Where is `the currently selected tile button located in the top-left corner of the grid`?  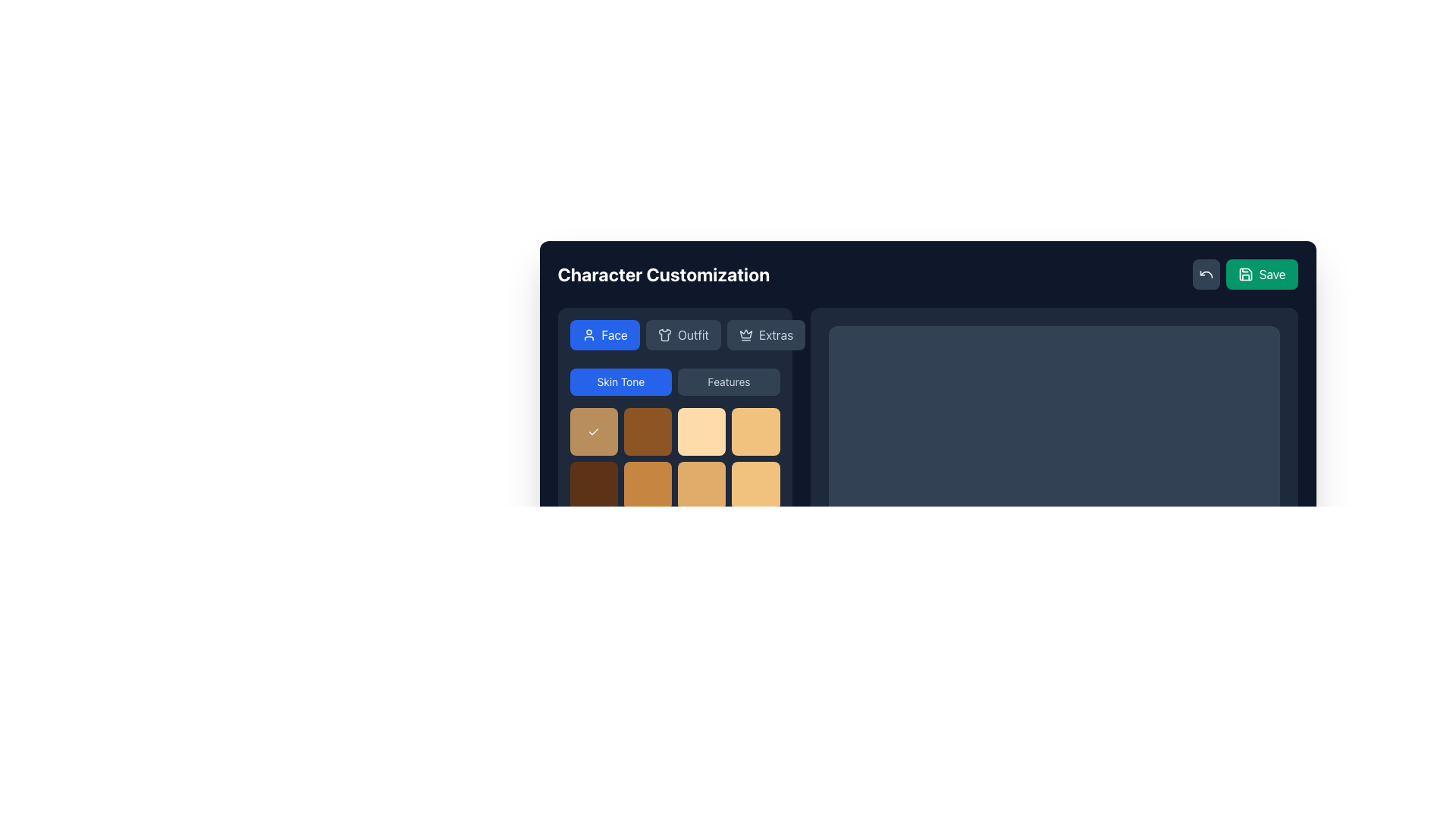
the currently selected tile button located in the top-left corner of the grid is located at coordinates (593, 431).